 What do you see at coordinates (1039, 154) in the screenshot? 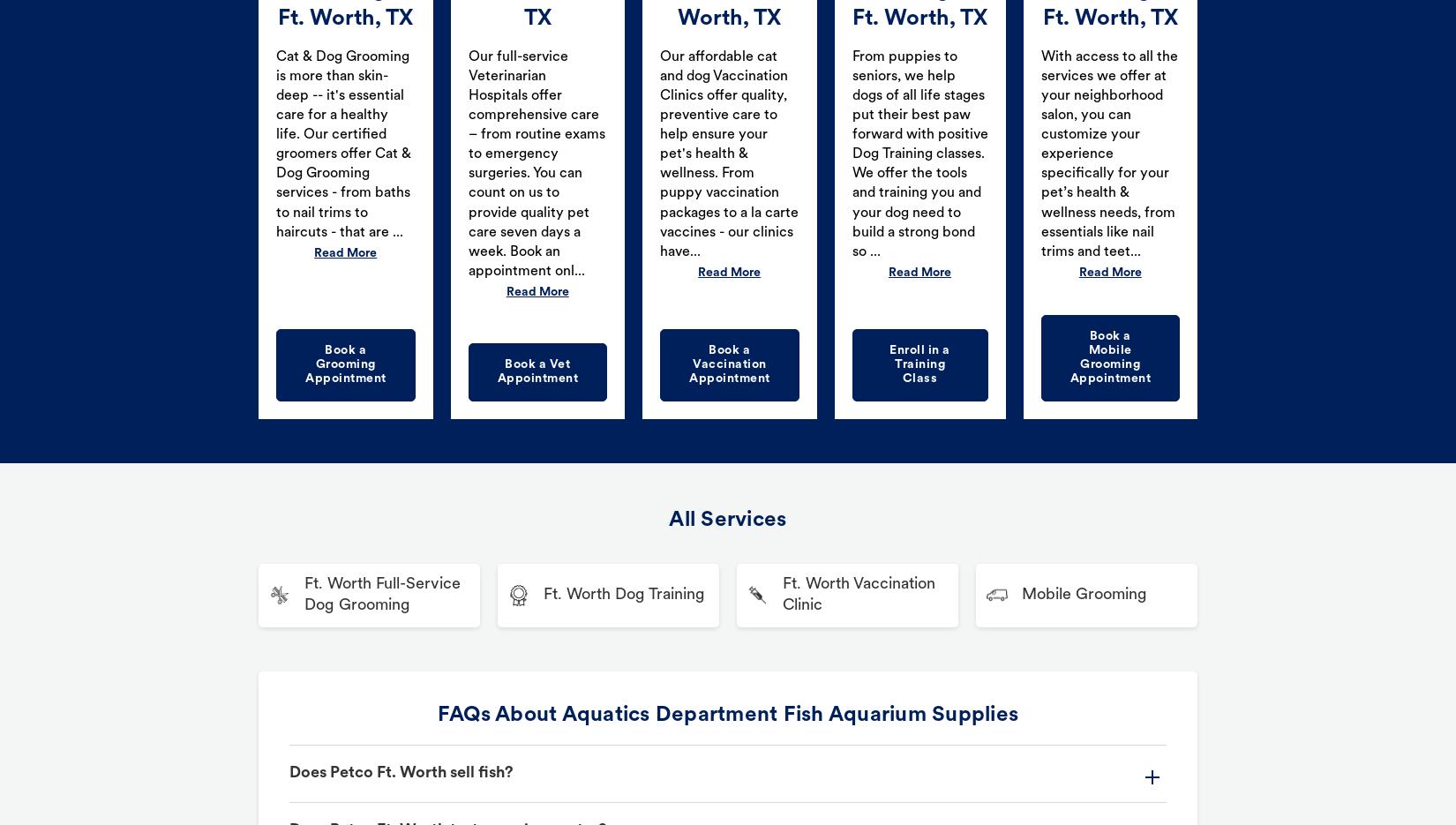
I see `'With access to all the services we offer at your neighborhood salon, you can customize your experience specifically for your pet’s health & wellness needs, from essentials like nail trims and teet...'` at bounding box center [1039, 154].